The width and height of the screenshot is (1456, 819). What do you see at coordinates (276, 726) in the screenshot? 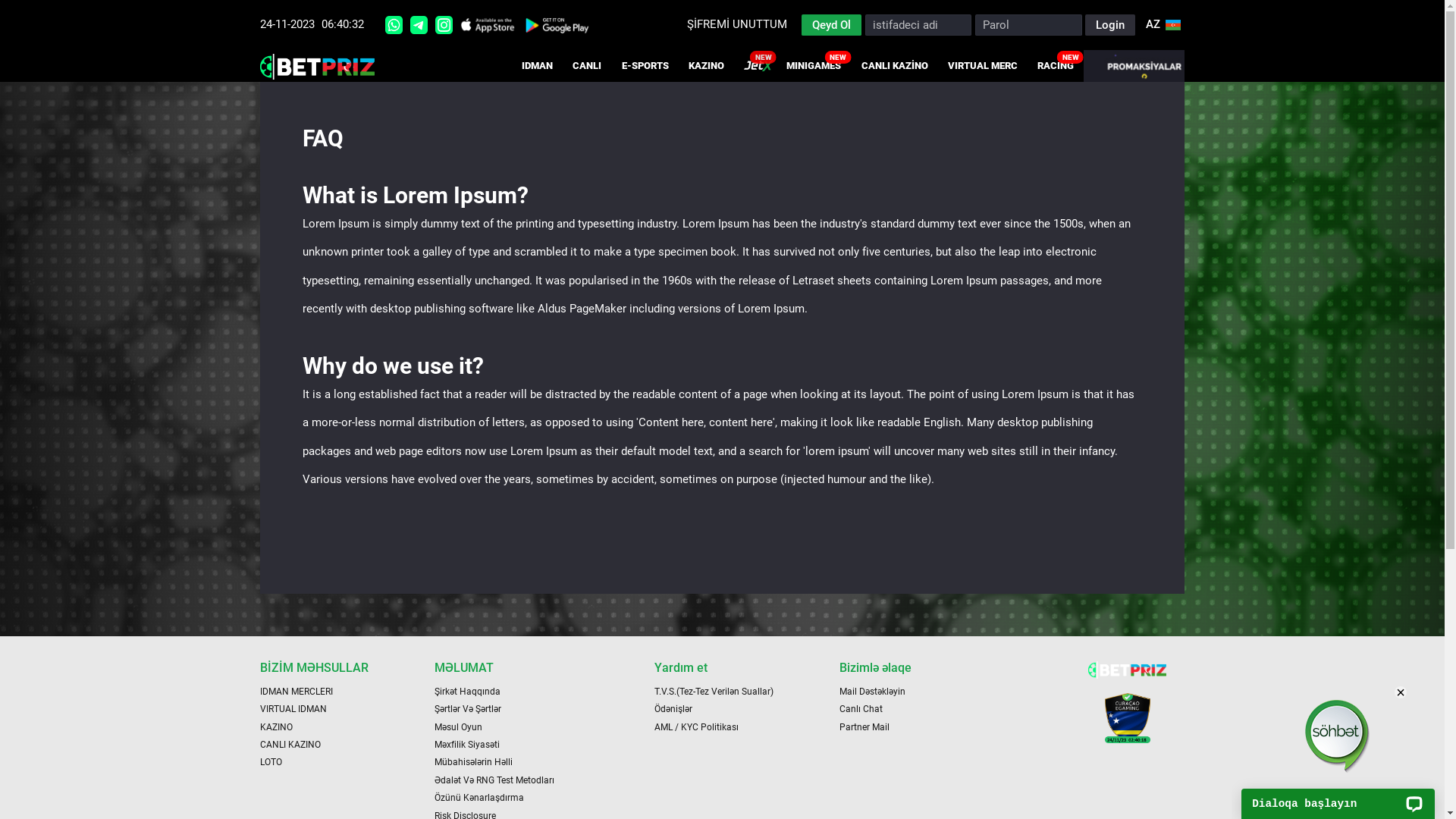
I see `'KAZINO'` at bounding box center [276, 726].